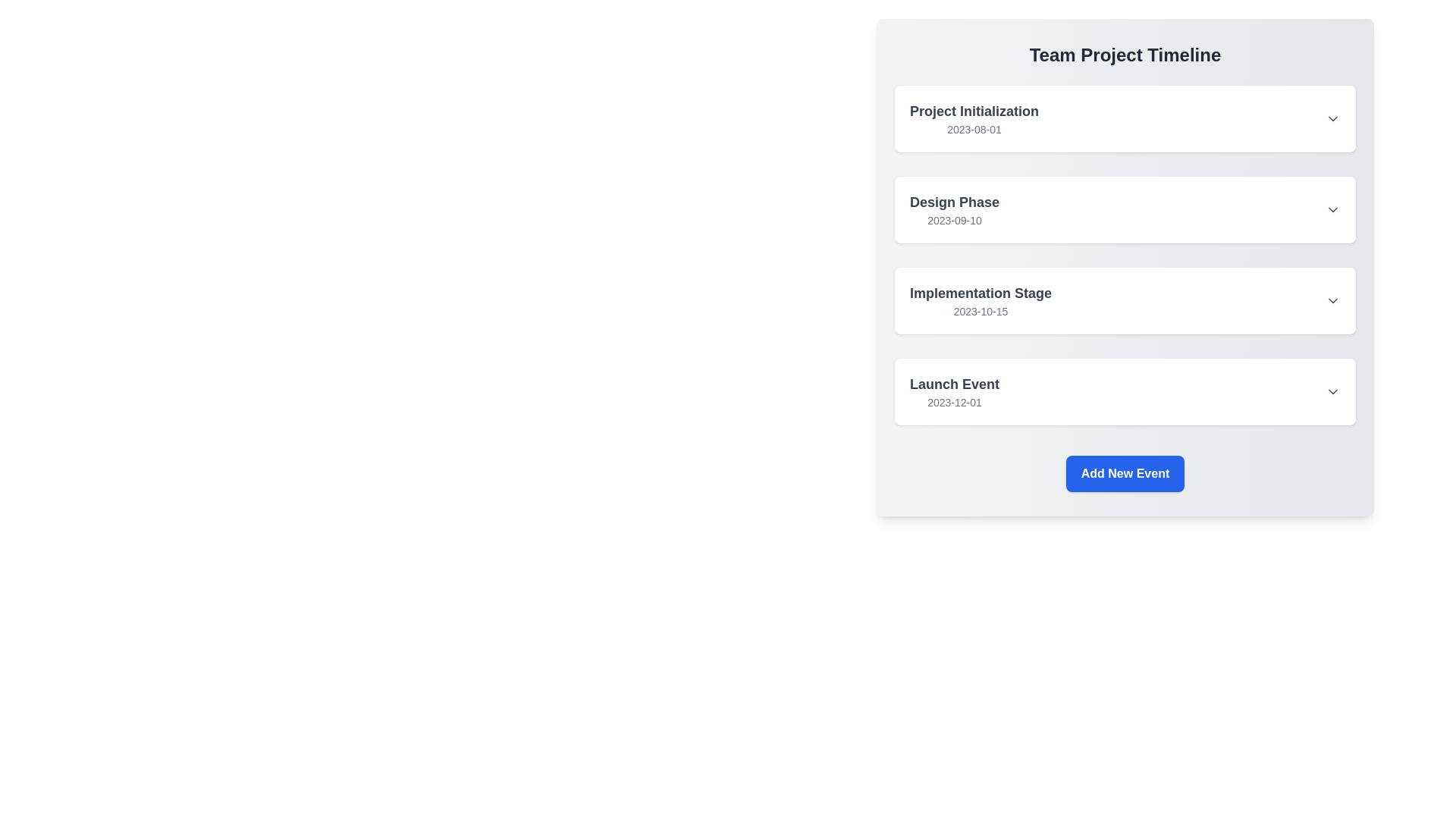  Describe the element at coordinates (953, 402) in the screenshot. I see `the Text Label displaying the date associated with the 'Launch Event', which is located on the right side of the interface, below the 'Launch Event' text element` at that location.